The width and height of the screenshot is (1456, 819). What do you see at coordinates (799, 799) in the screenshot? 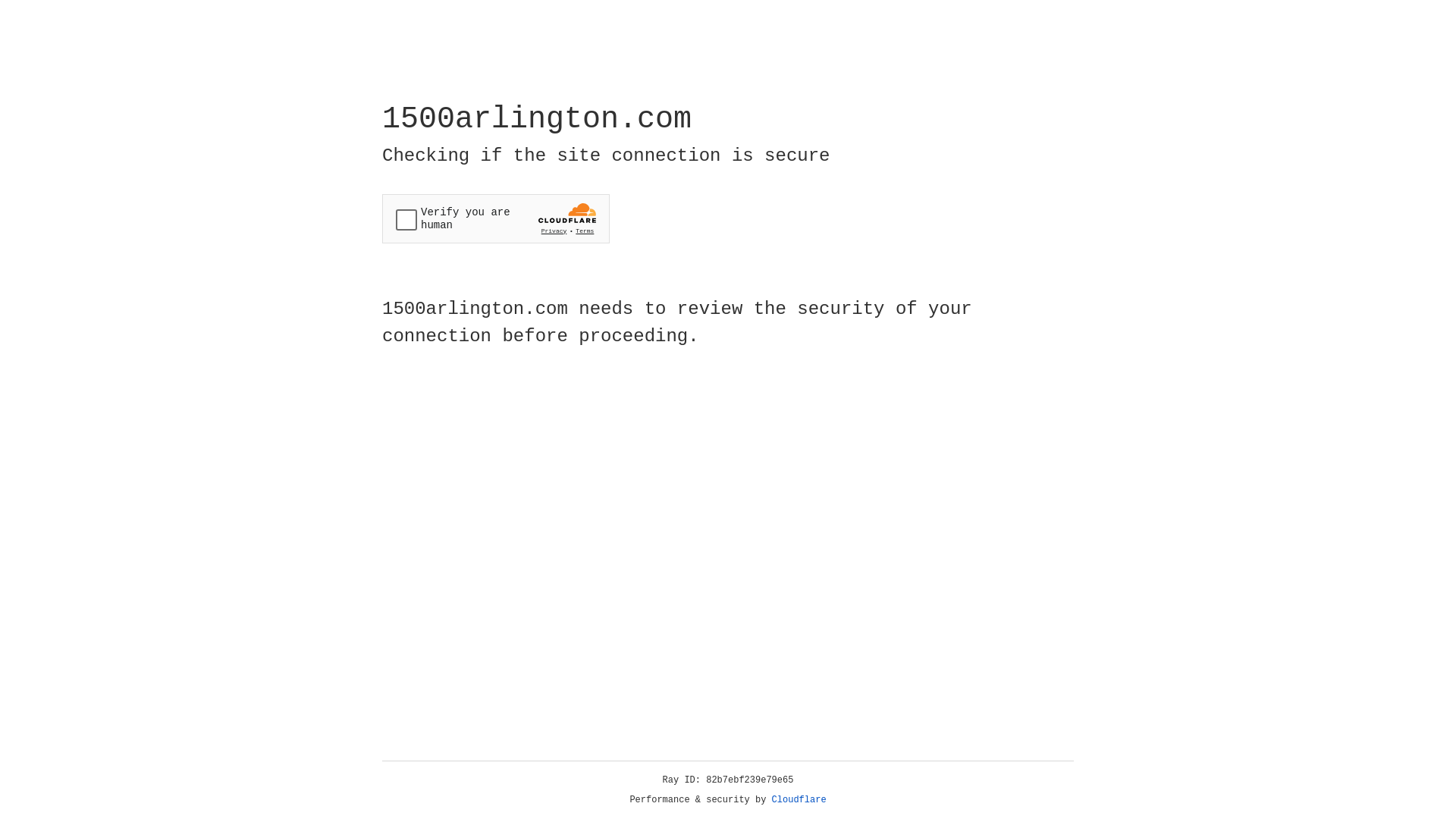
I see `'Cloudflare'` at bounding box center [799, 799].